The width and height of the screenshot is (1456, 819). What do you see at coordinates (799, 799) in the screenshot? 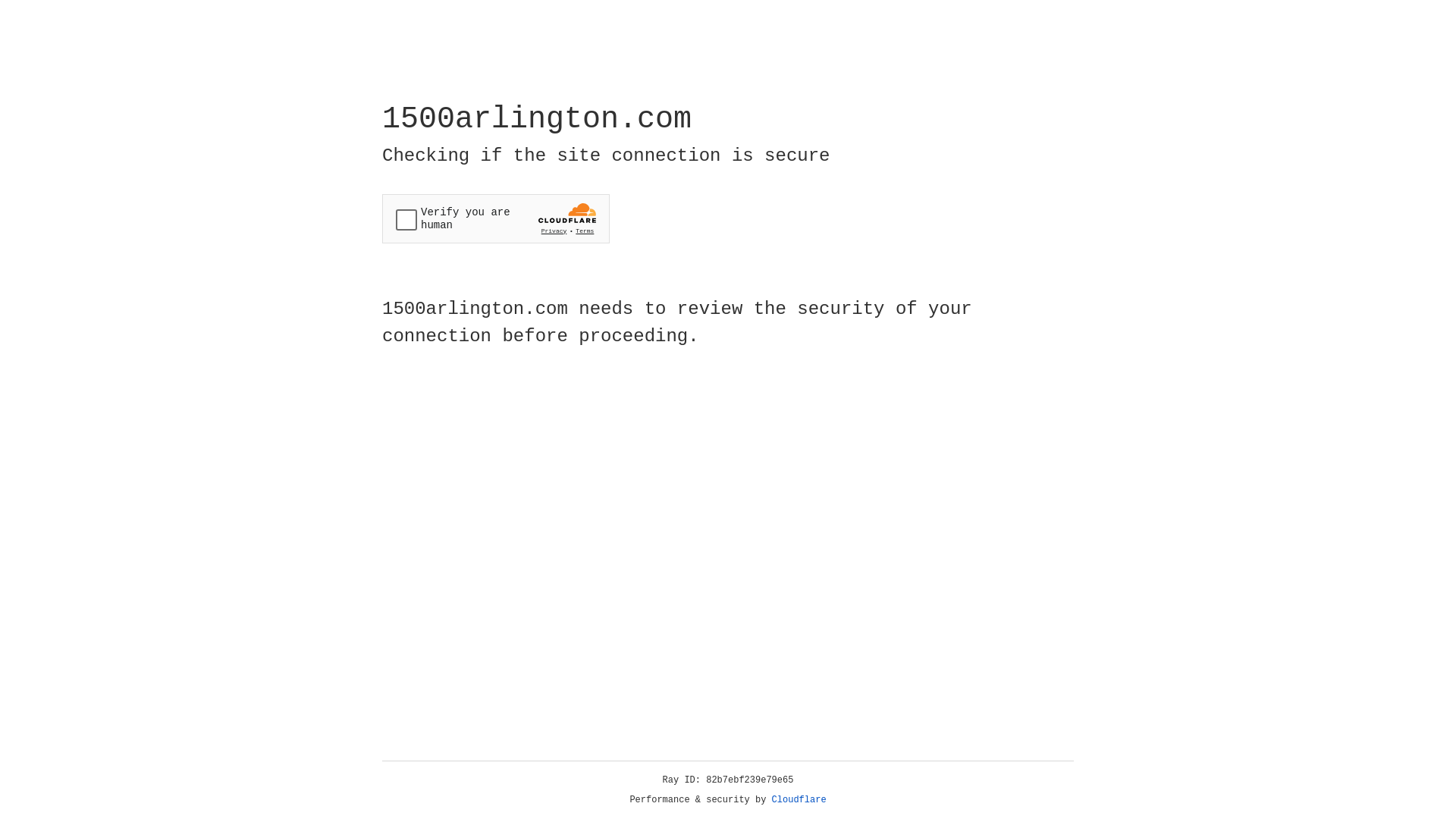
I see `'Cloudflare'` at bounding box center [799, 799].